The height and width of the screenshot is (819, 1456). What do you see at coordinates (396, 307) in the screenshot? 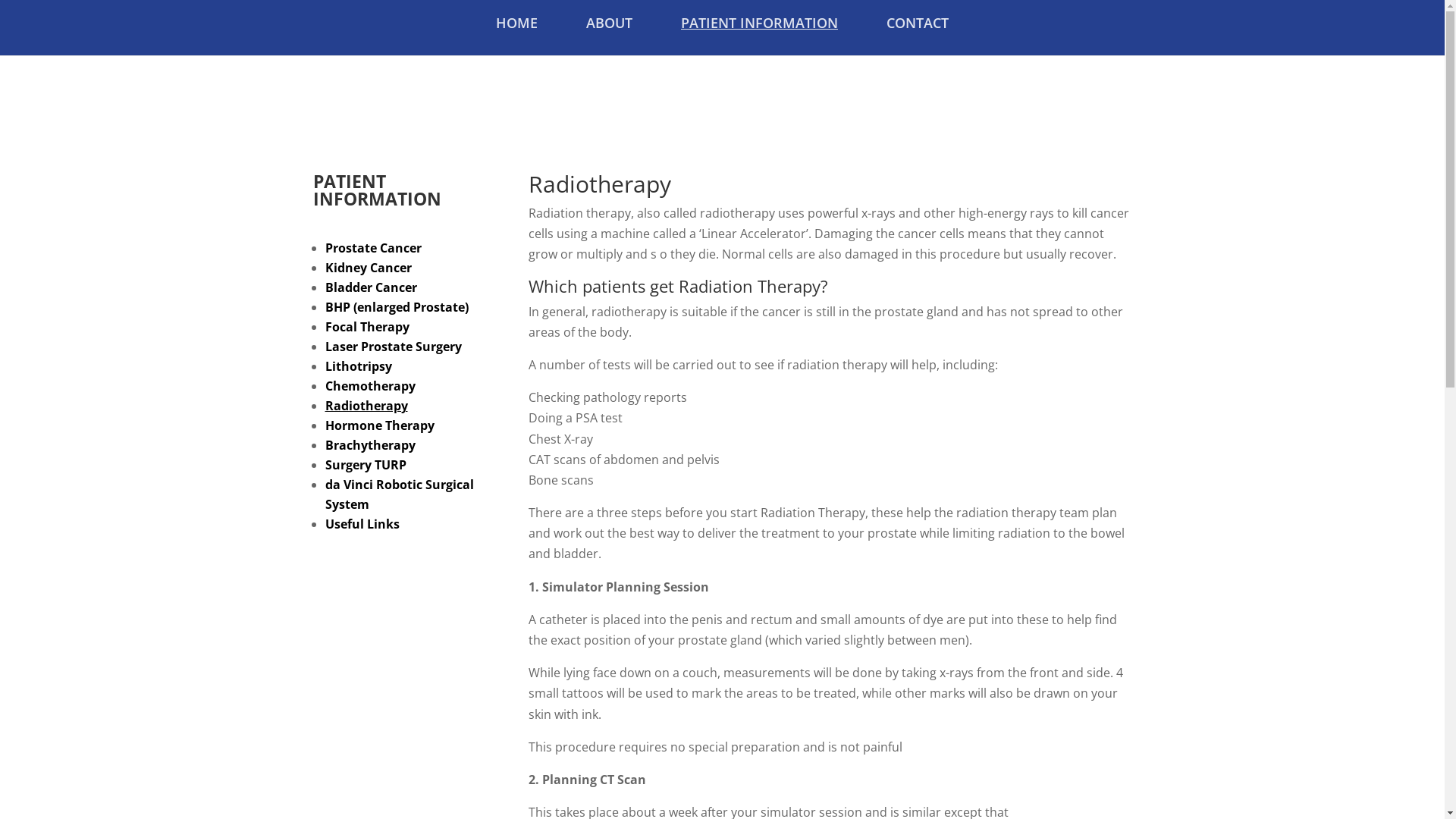
I see `'BHP (enlarged Prostate)'` at bounding box center [396, 307].